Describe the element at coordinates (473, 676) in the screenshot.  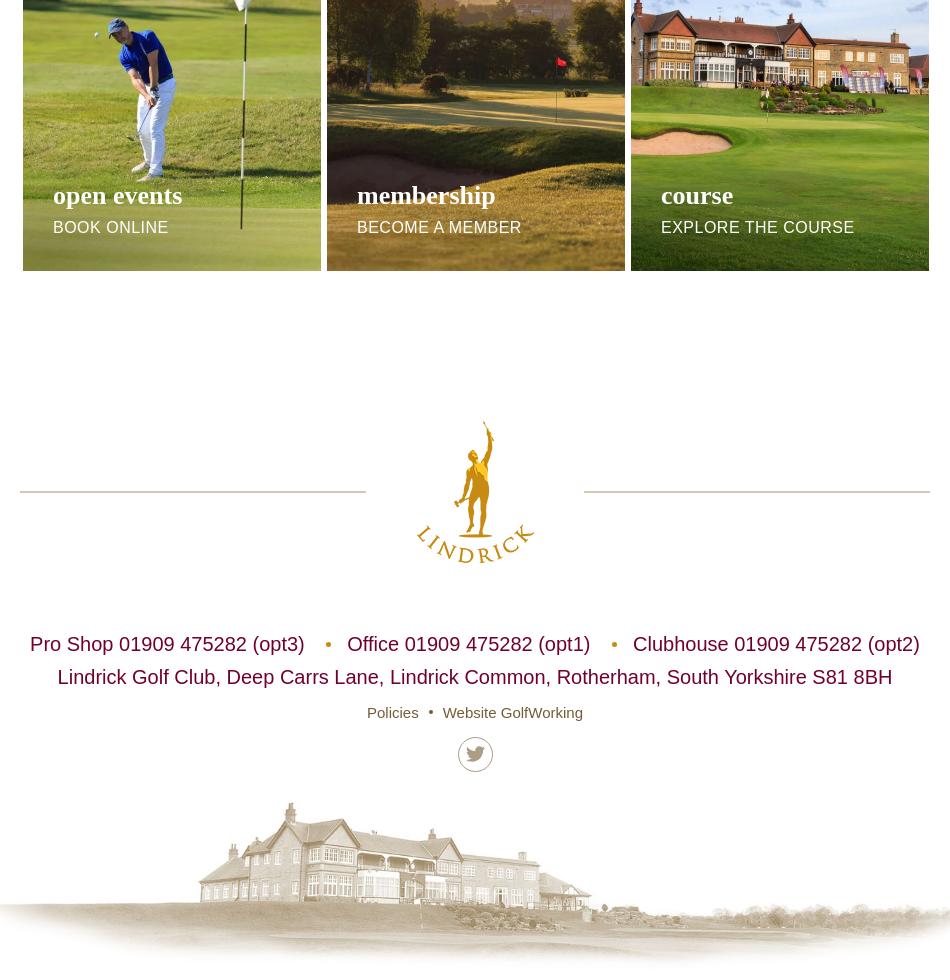
I see `'Lindrick Golf Club, Deep Carrs Lane, Lindrick Common, Rotherham, South Yorkshire S81 8BH'` at that location.